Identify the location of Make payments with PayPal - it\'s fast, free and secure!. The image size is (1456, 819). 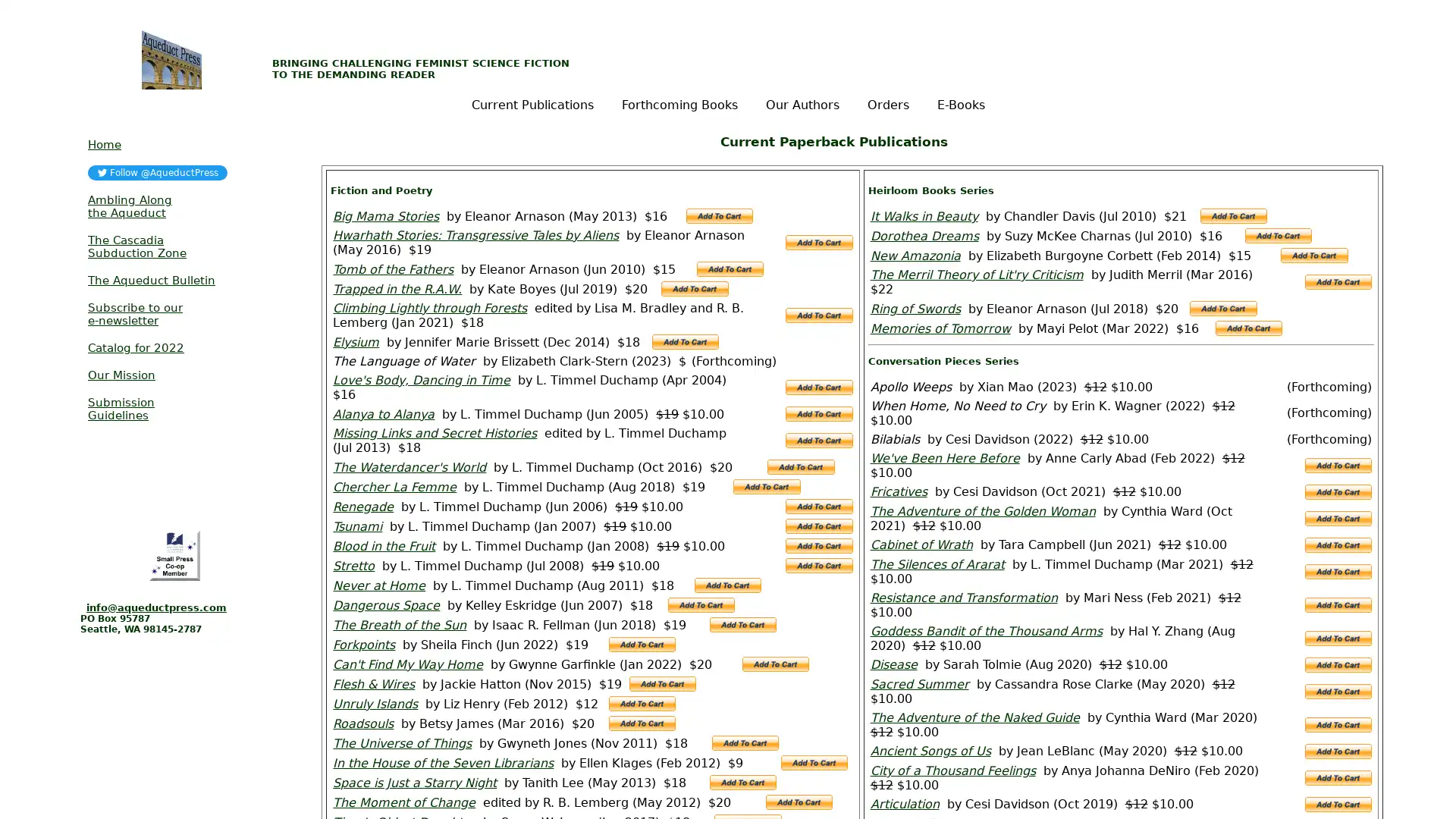
(798, 801).